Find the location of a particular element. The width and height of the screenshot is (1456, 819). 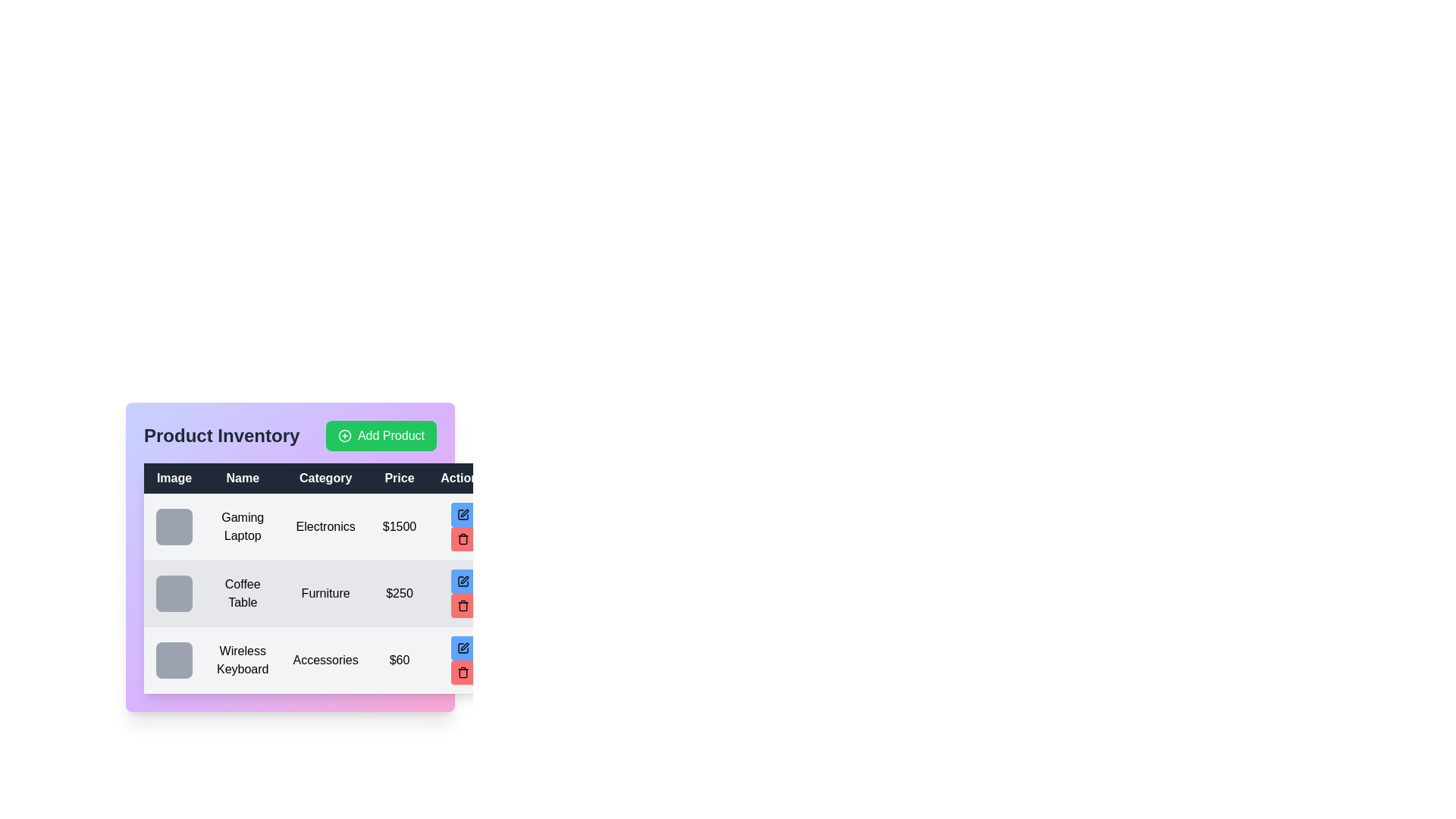

the edit icon resembling a pen inside a square located in the 'Actions' column of the second row of the product inventory table to initiate editing for the product is located at coordinates (463, 579).